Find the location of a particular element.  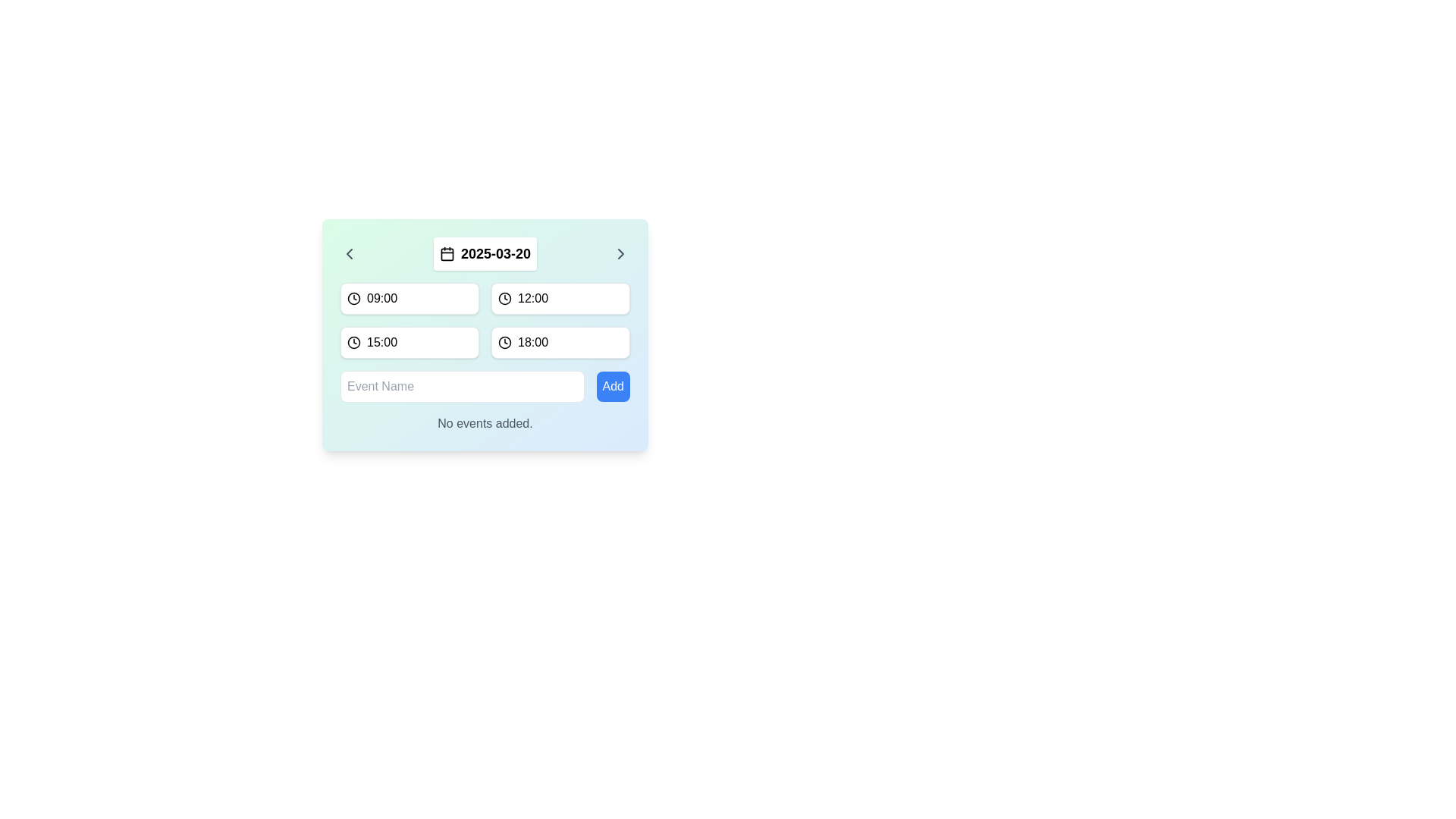

the bold text label displaying the date '2025-03-20', which is located in a small white rectangular block with rounded corners in the top-middle section of the interface is located at coordinates (495, 253).